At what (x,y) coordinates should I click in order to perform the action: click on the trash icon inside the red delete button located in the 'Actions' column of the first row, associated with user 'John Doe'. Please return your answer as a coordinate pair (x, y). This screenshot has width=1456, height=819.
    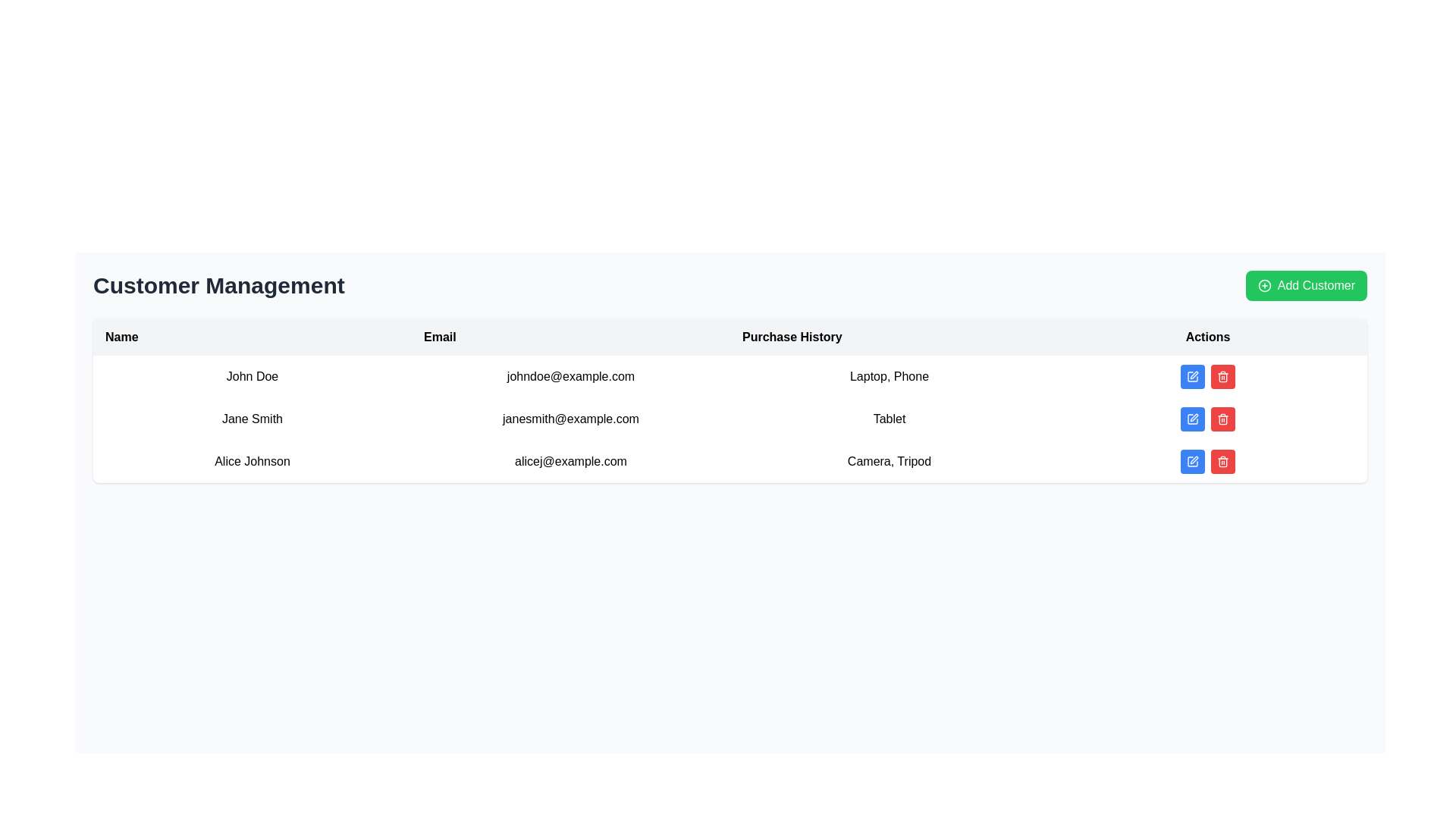
    Looking at the image, I should click on (1222, 376).